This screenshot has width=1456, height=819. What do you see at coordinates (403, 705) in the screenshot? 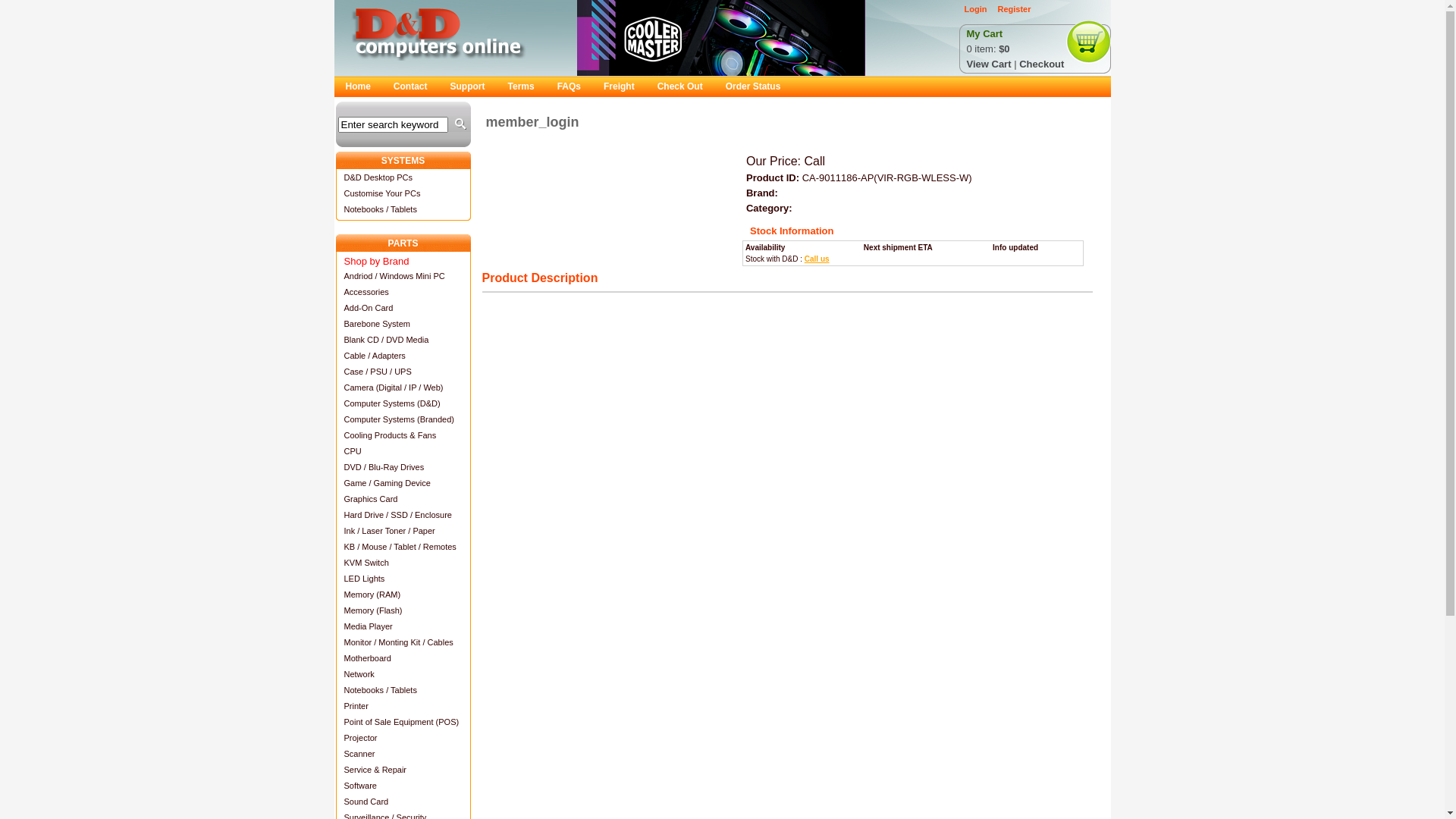
I see `'Printer'` at bounding box center [403, 705].